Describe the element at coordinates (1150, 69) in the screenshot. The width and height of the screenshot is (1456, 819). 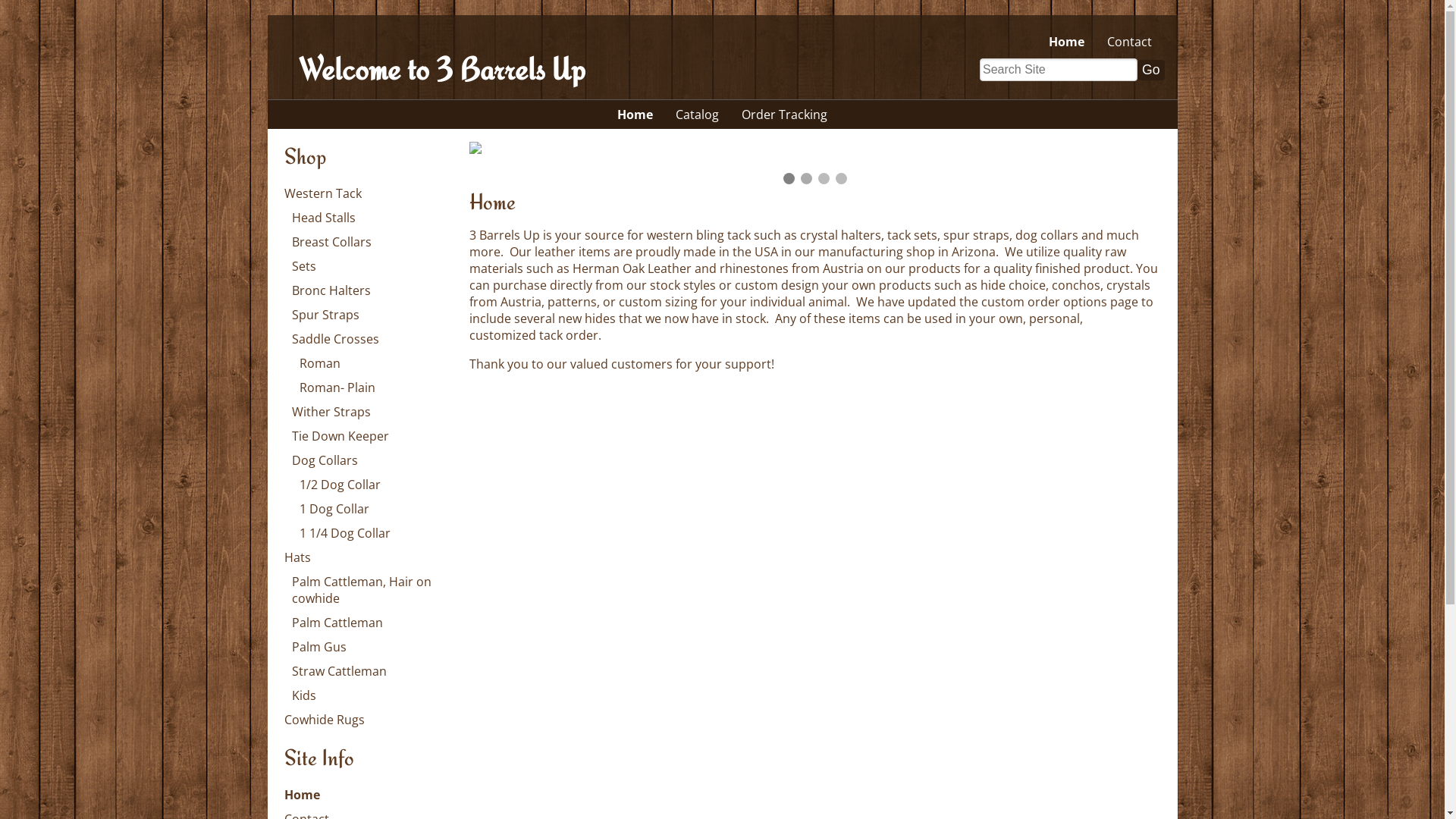
I see `'Go'` at that location.